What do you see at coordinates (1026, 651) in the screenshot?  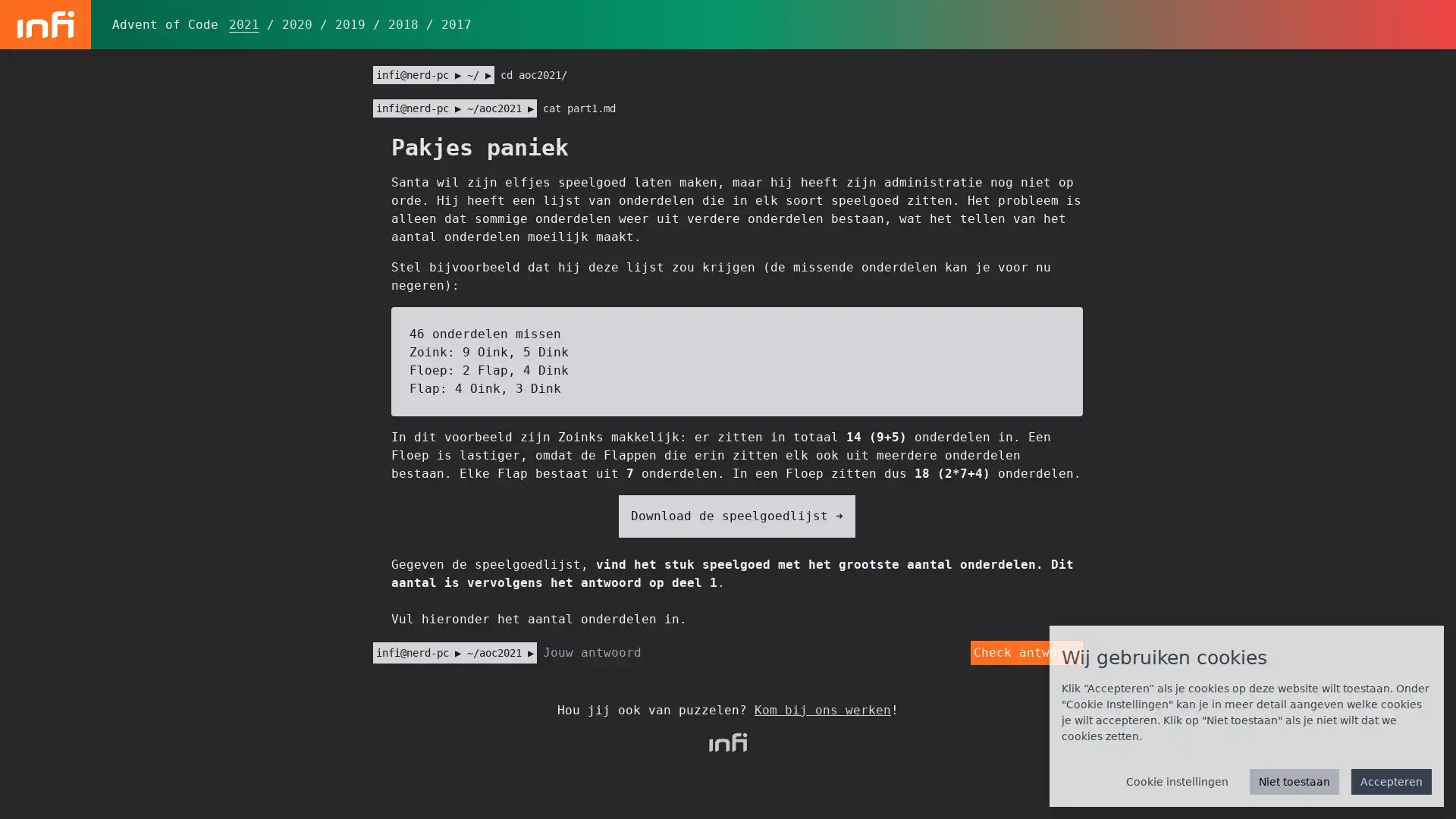 I see `Check antwoord` at bounding box center [1026, 651].